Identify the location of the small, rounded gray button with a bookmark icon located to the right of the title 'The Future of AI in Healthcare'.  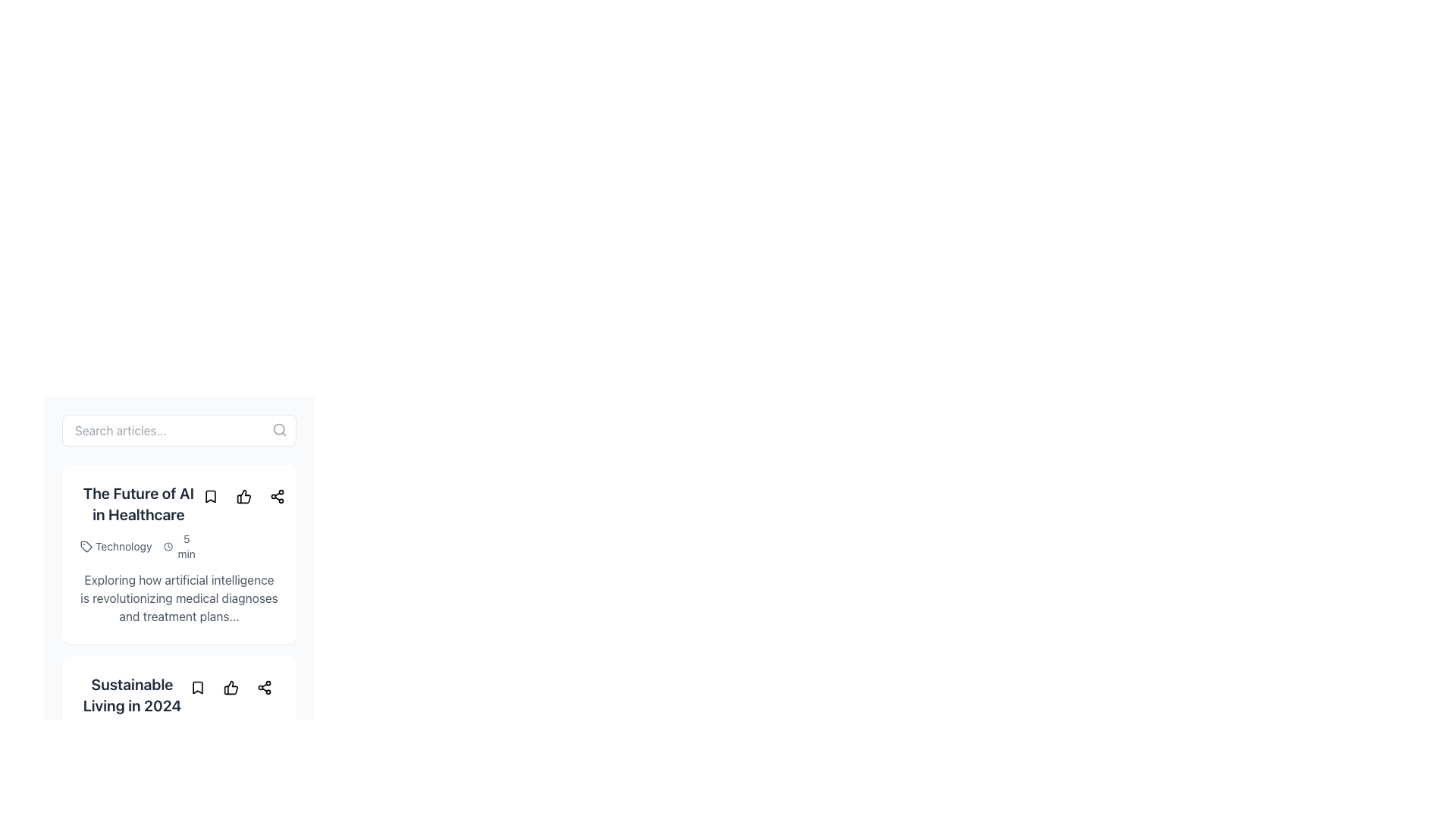
(209, 497).